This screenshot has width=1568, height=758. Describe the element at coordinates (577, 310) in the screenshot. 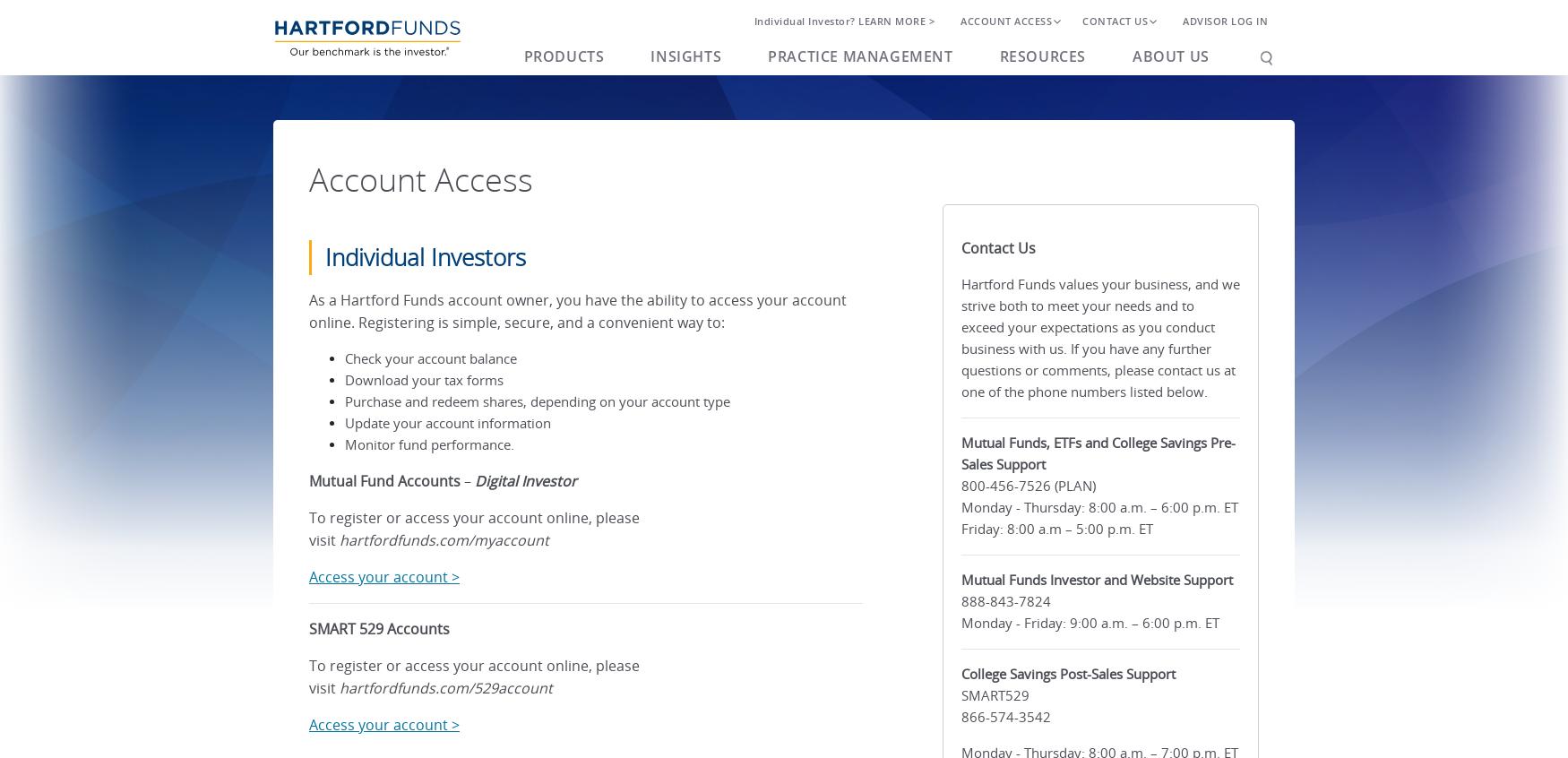

I see `'As a Hartford Funds account owner, you have the ability to access your account online. Registering is simple, secure, and a convenient way to:'` at that location.